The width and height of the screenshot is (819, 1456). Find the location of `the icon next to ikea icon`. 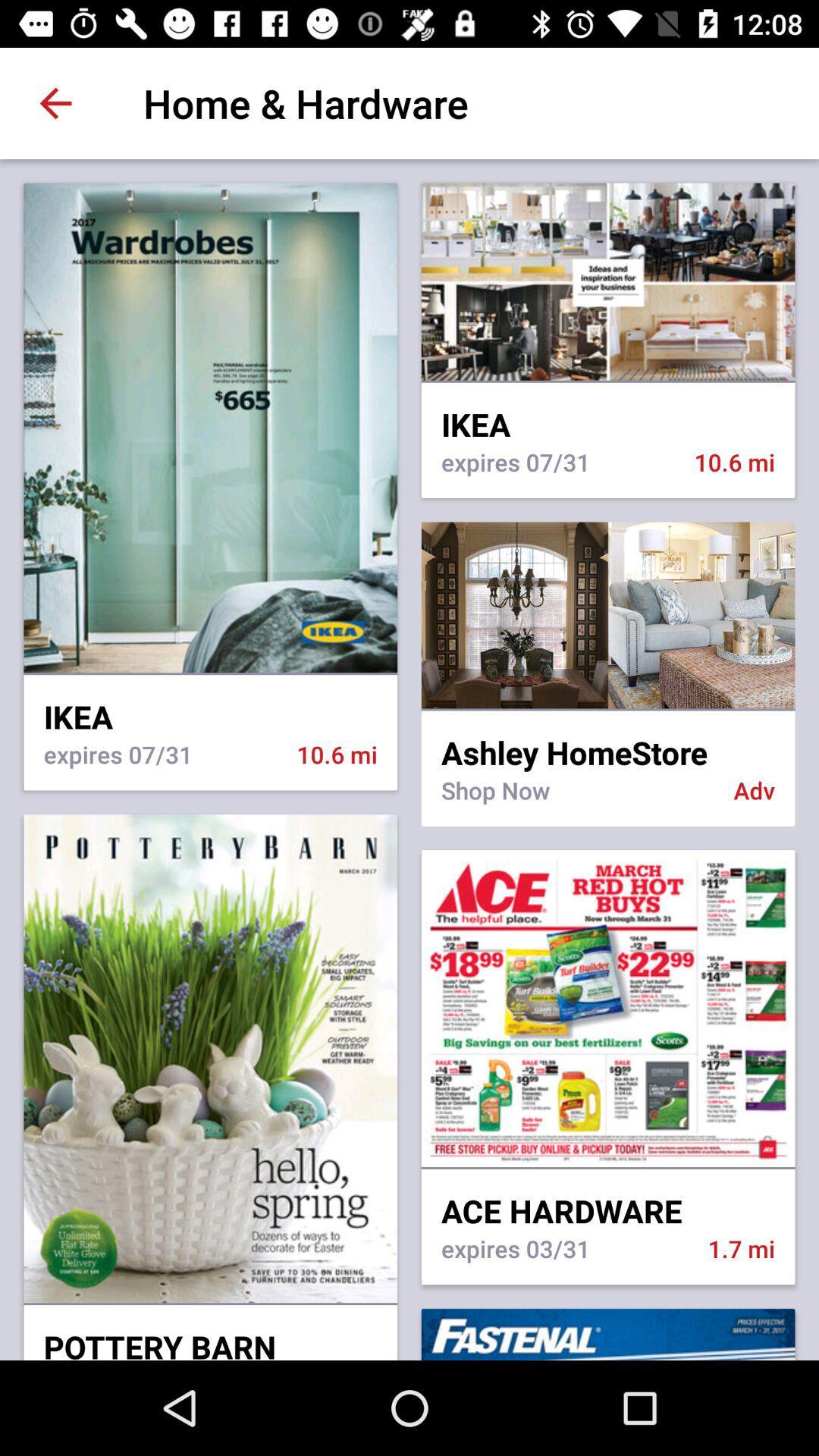

the icon next to ikea icon is located at coordinates (607, 742).